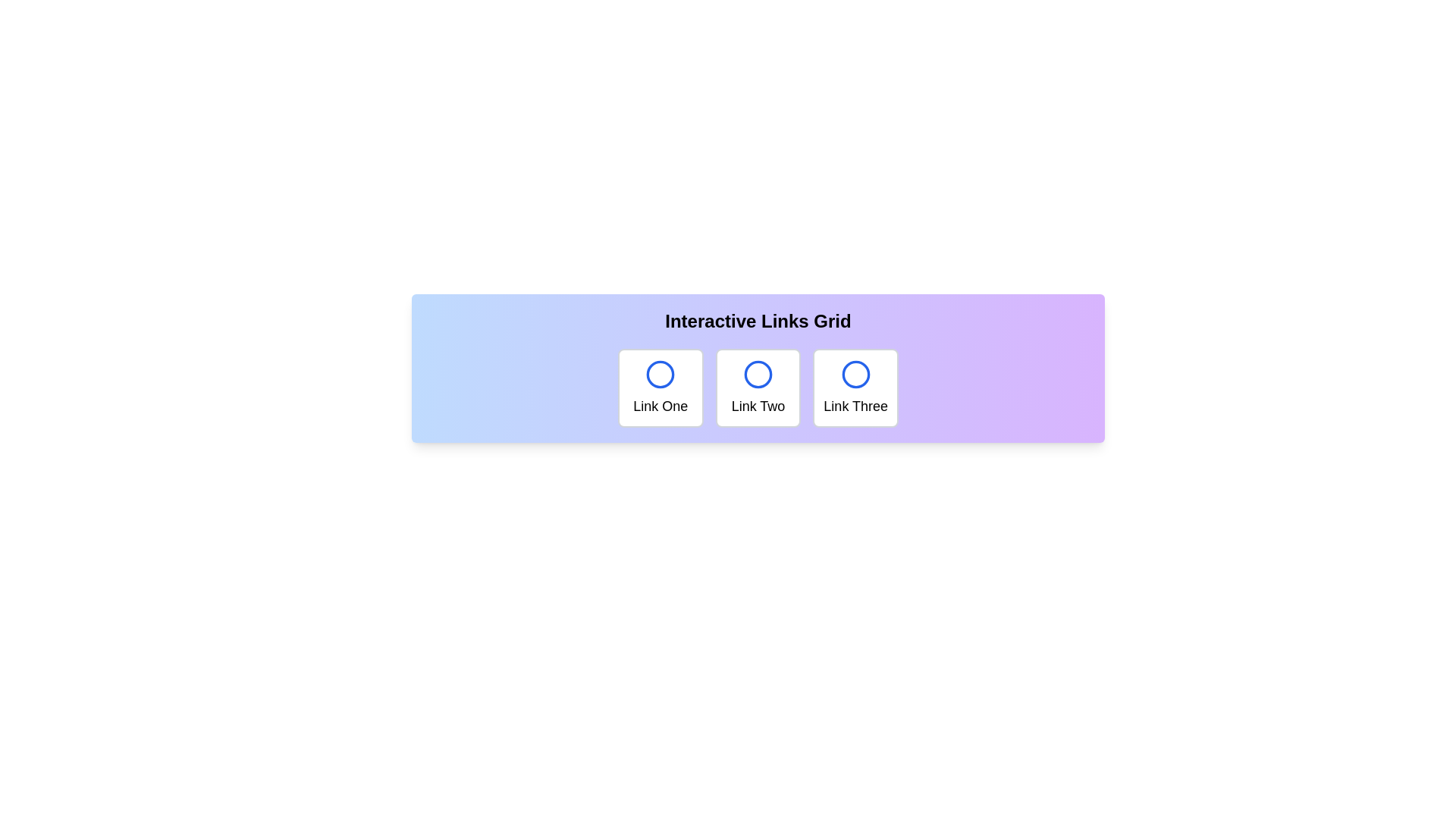 The height and width of the screenshot is (819, 1456). I want to click on the third circular icon in the 'Interactive Links Grid' below the text 'Link Three' as a visual indication, so click(855, 374).